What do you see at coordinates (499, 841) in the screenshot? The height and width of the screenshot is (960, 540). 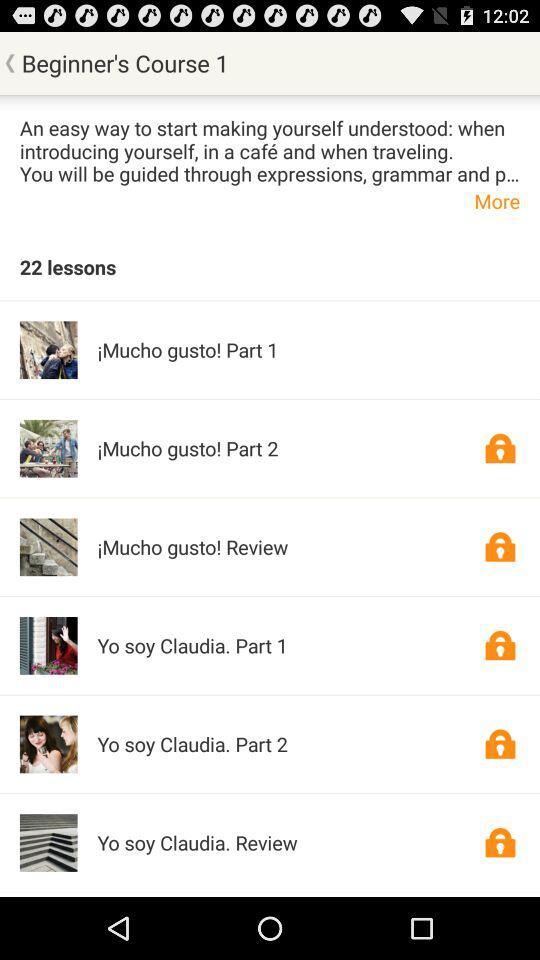 I see `lesson locked` at bounding box center [499, 841].